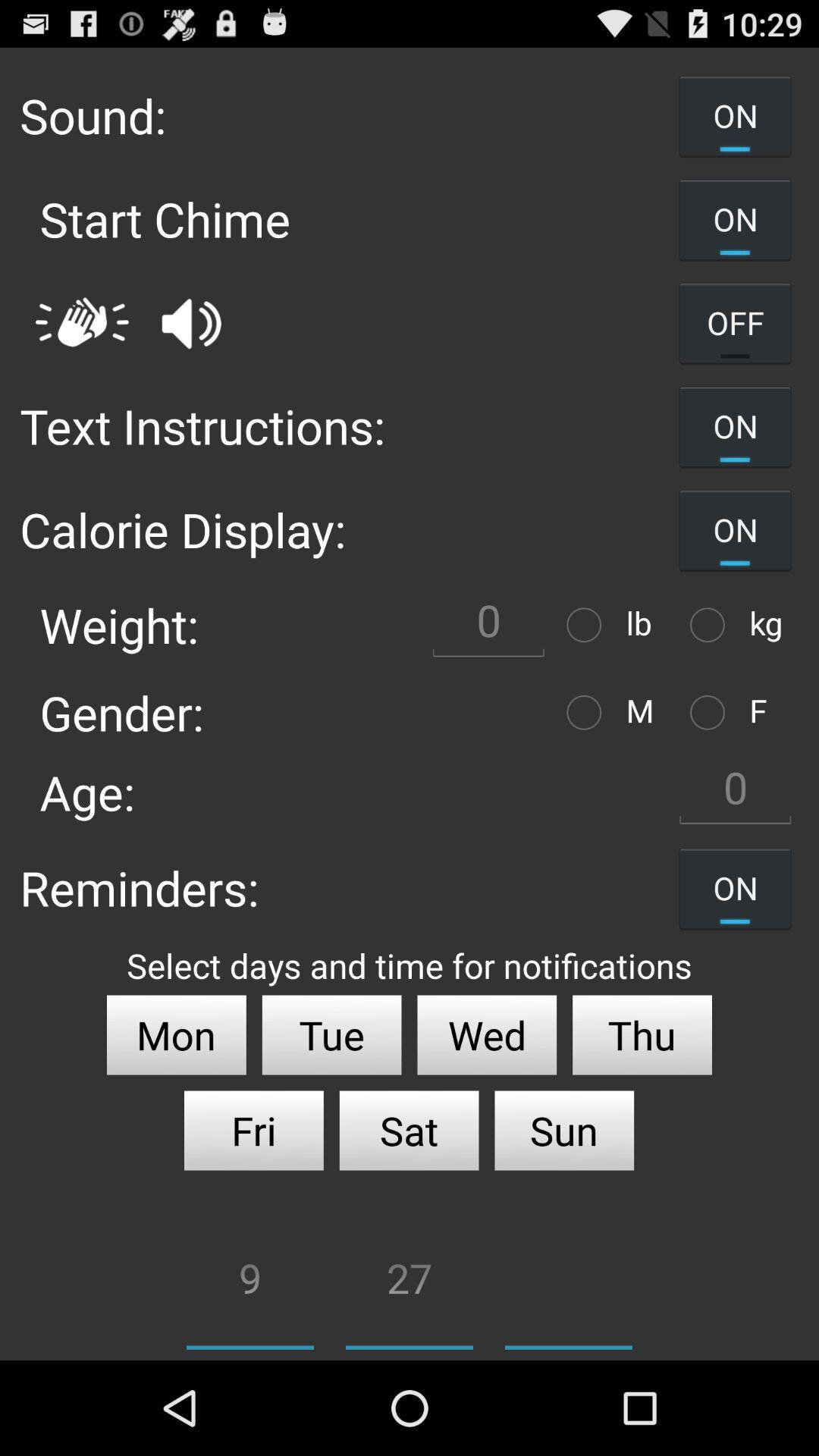 Image resolution: width=819 pixels, height=1456 pixels. I want to click on lb, so click(587, 625).